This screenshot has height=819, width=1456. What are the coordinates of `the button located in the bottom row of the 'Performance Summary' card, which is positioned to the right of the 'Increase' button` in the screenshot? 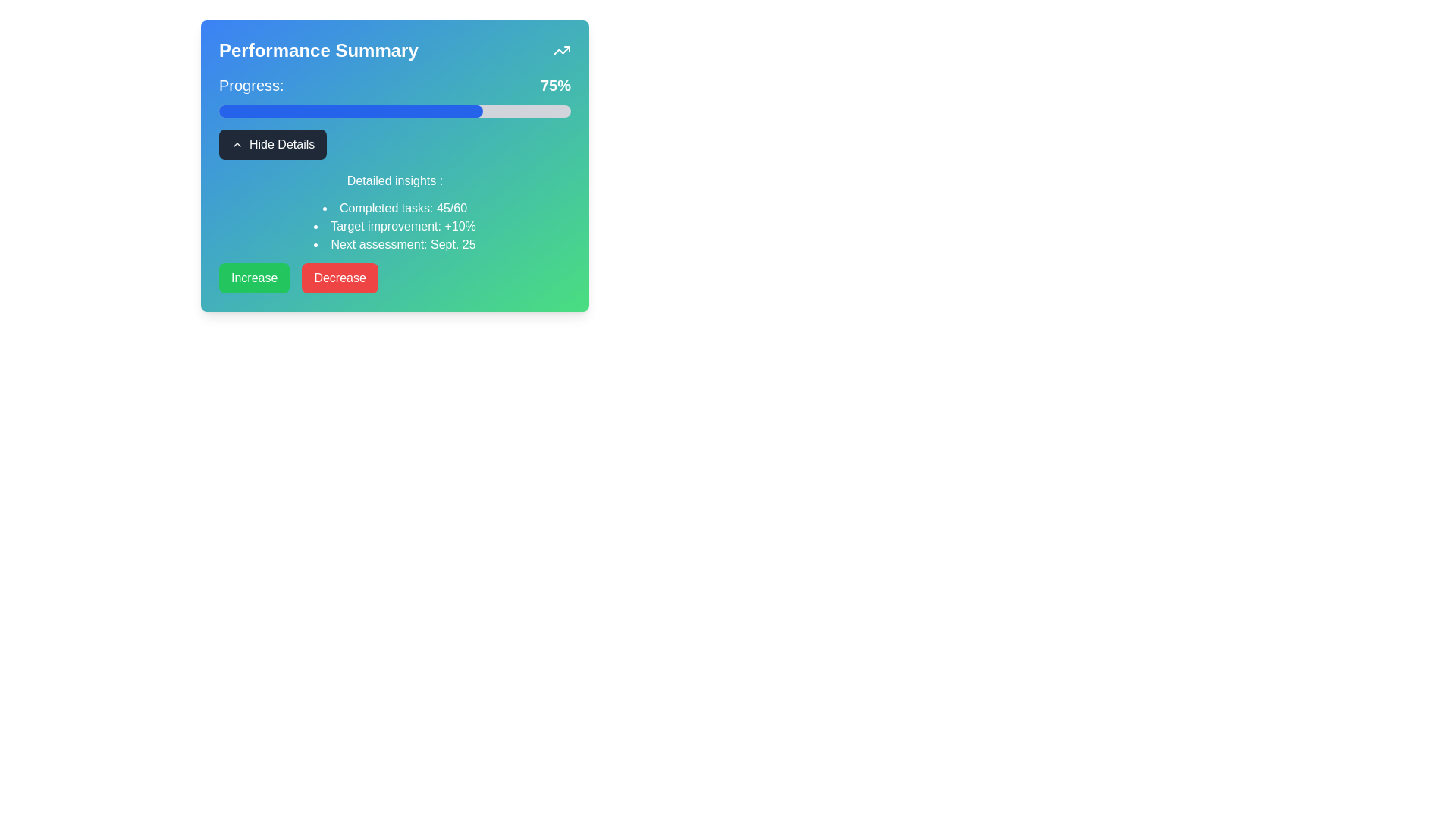 It's located at (339, 278).